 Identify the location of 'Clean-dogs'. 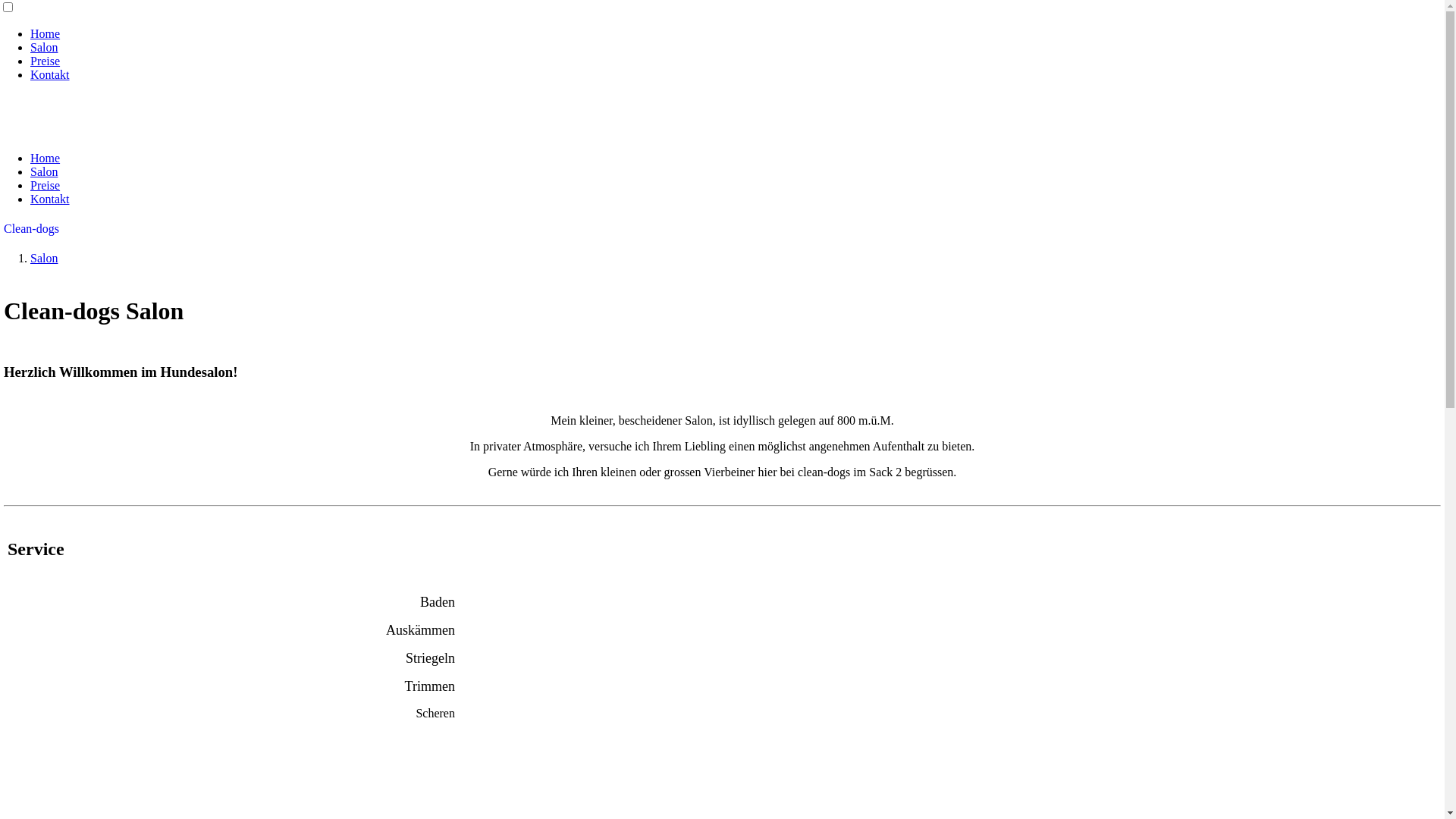
(31, 228).